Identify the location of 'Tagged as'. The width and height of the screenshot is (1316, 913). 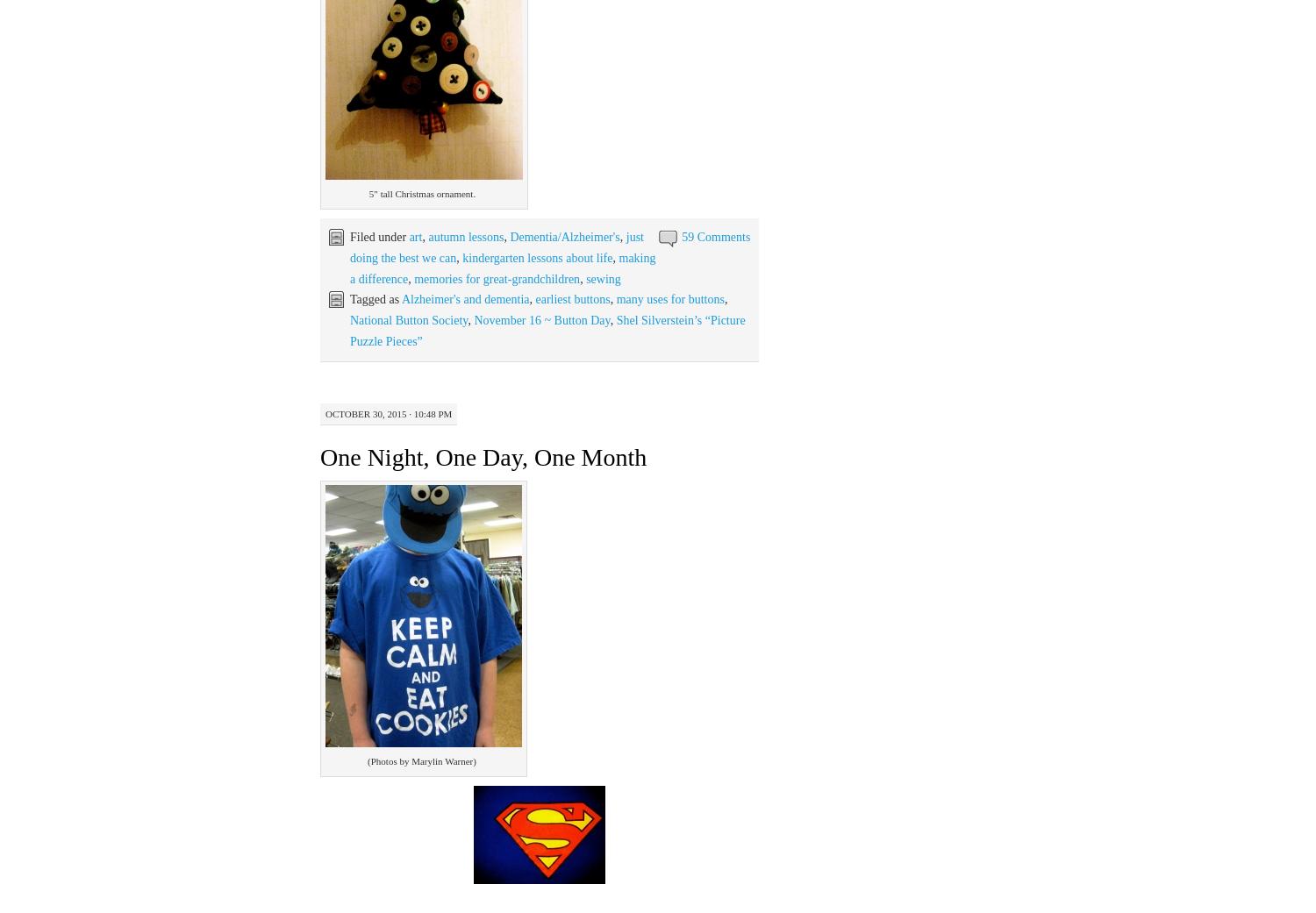
(375, 299).